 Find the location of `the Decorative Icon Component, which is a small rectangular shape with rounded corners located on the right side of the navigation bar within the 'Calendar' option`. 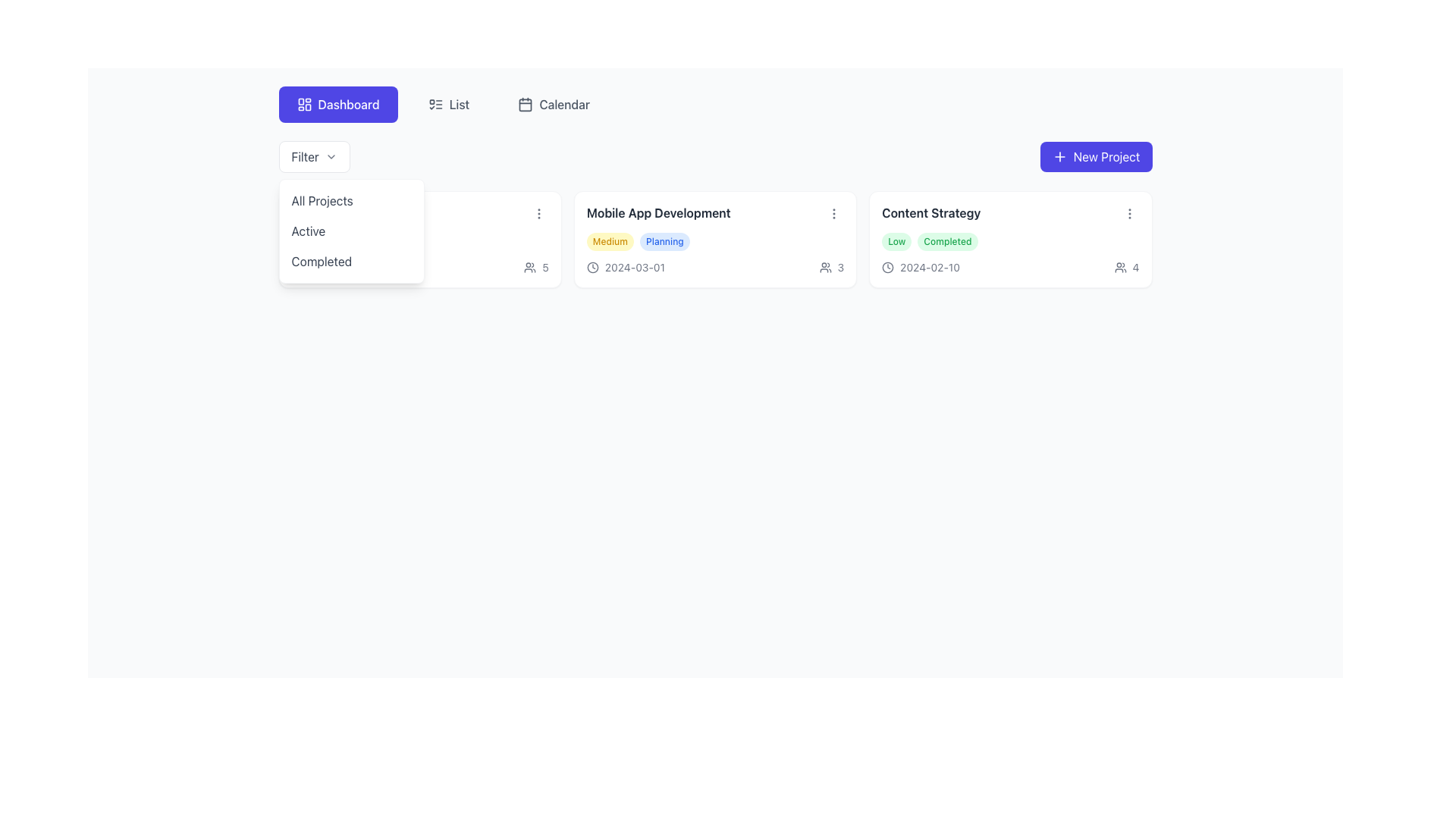

the Decorative Icon Component, which is a small rectangular shape with rounded corners located on the right side of the navigation bar within the 'Calendar' option is located at coordinates (526, 104).